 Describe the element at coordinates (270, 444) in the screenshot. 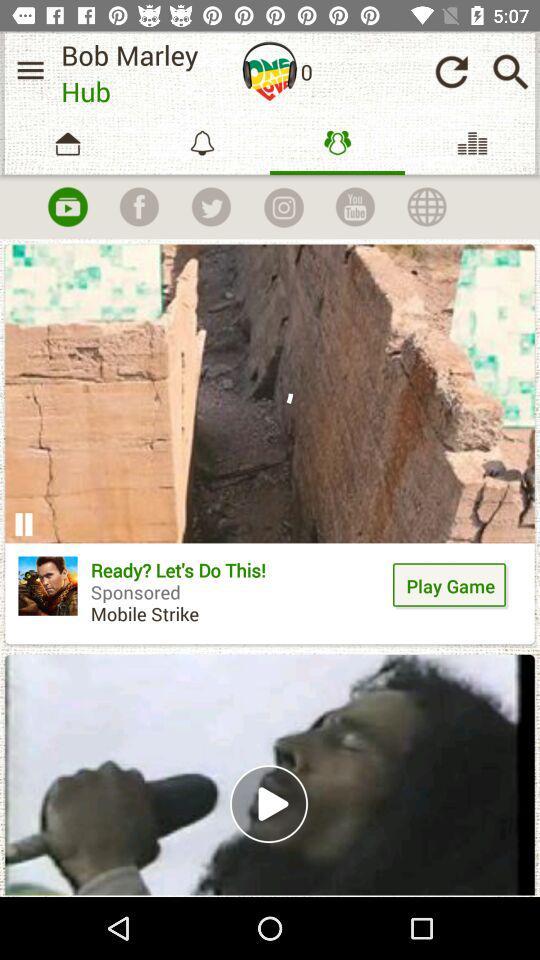

I see `the first video` at that location.